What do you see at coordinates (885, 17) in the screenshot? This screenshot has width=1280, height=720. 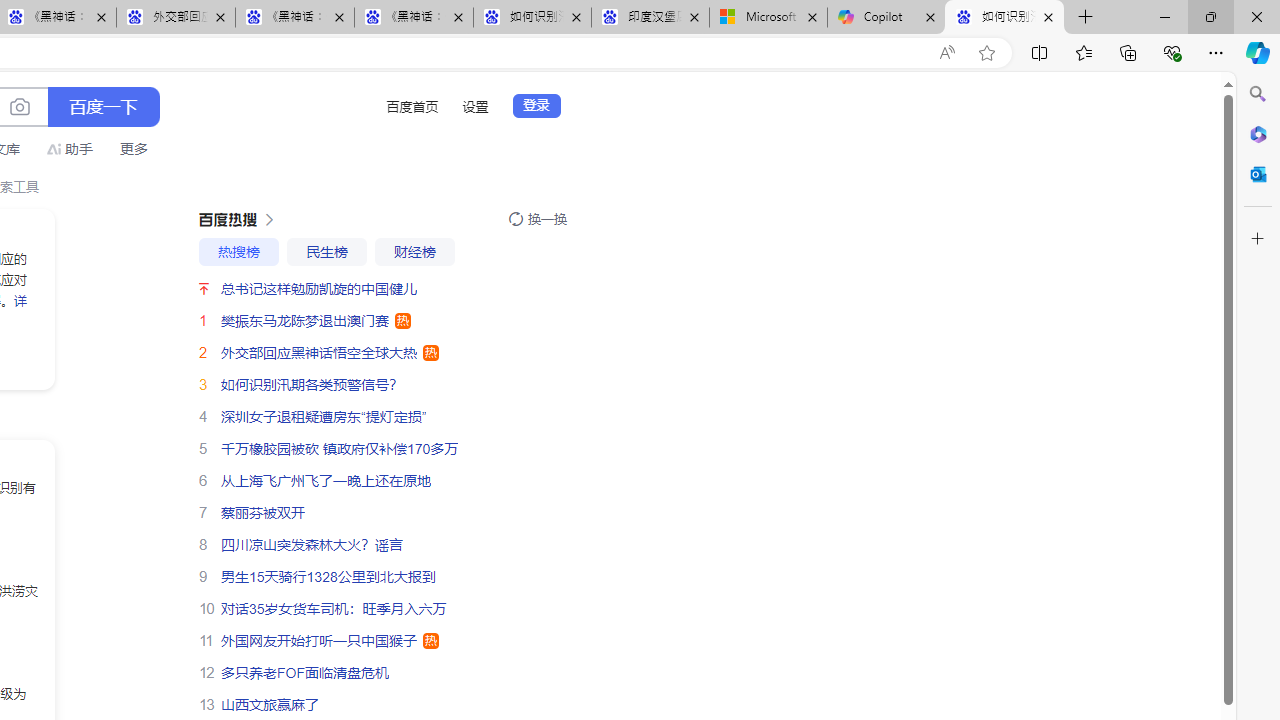 I see `'Copilot'` at bounding box center [885, 17].